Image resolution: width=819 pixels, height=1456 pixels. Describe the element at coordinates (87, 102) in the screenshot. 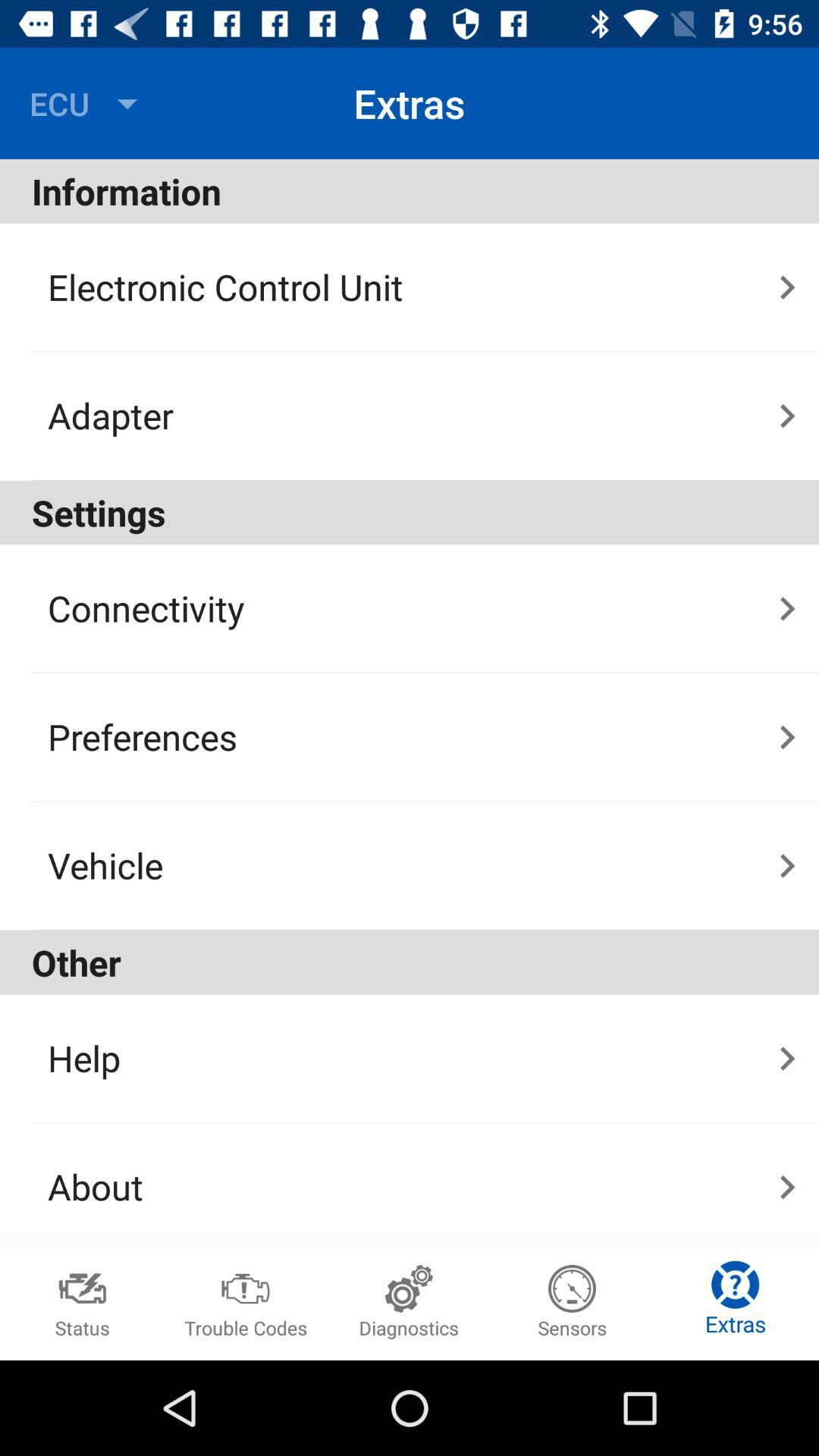

I see `the icon above information` at that location.